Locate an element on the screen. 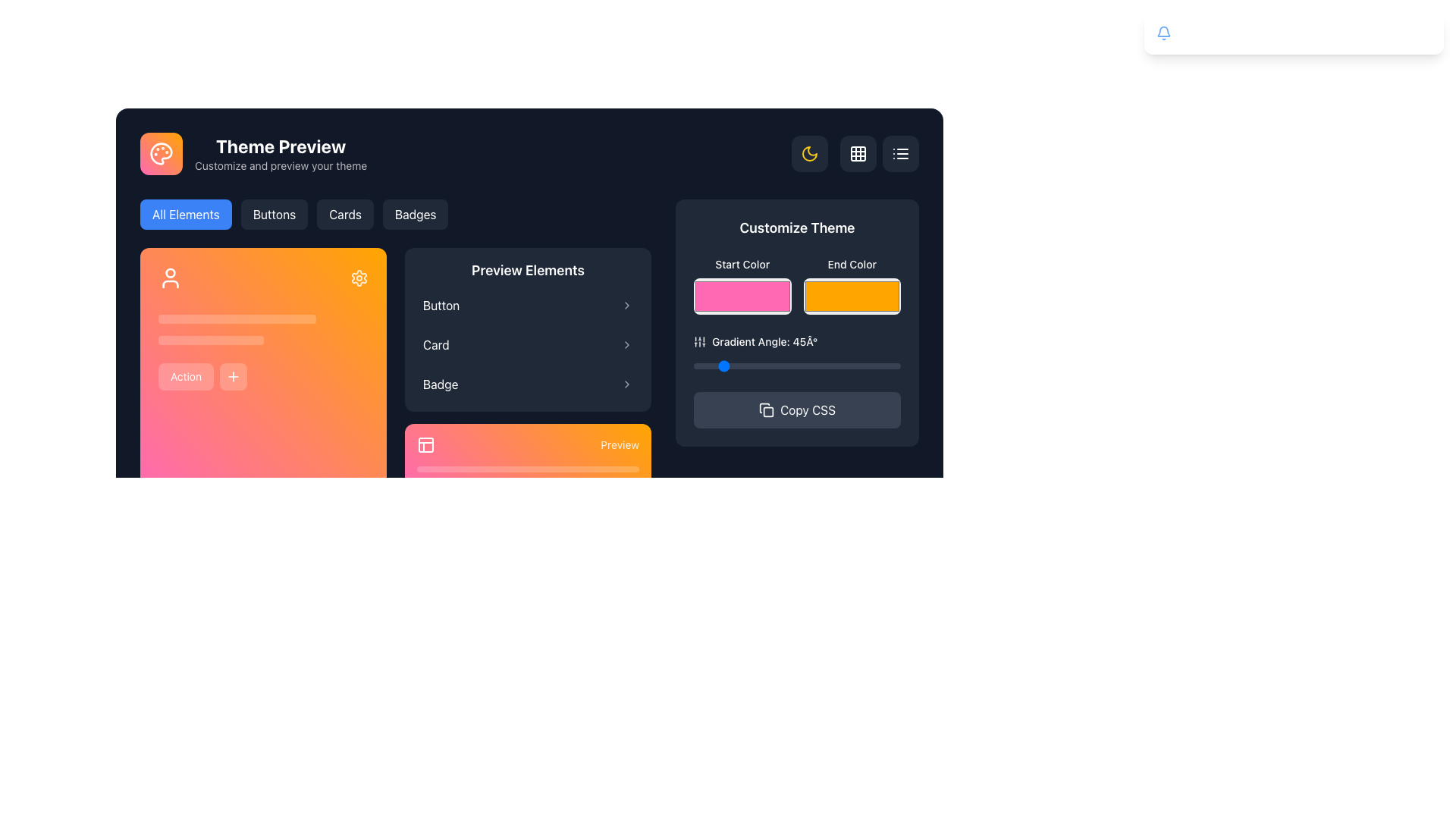 The image size is (1456, 819). the second button labeled 'Buttons' located between 'All Elements' and 'Cards' in the horizontal group of navigation buttons at the top of the interface is located at coordinates (274, 214).